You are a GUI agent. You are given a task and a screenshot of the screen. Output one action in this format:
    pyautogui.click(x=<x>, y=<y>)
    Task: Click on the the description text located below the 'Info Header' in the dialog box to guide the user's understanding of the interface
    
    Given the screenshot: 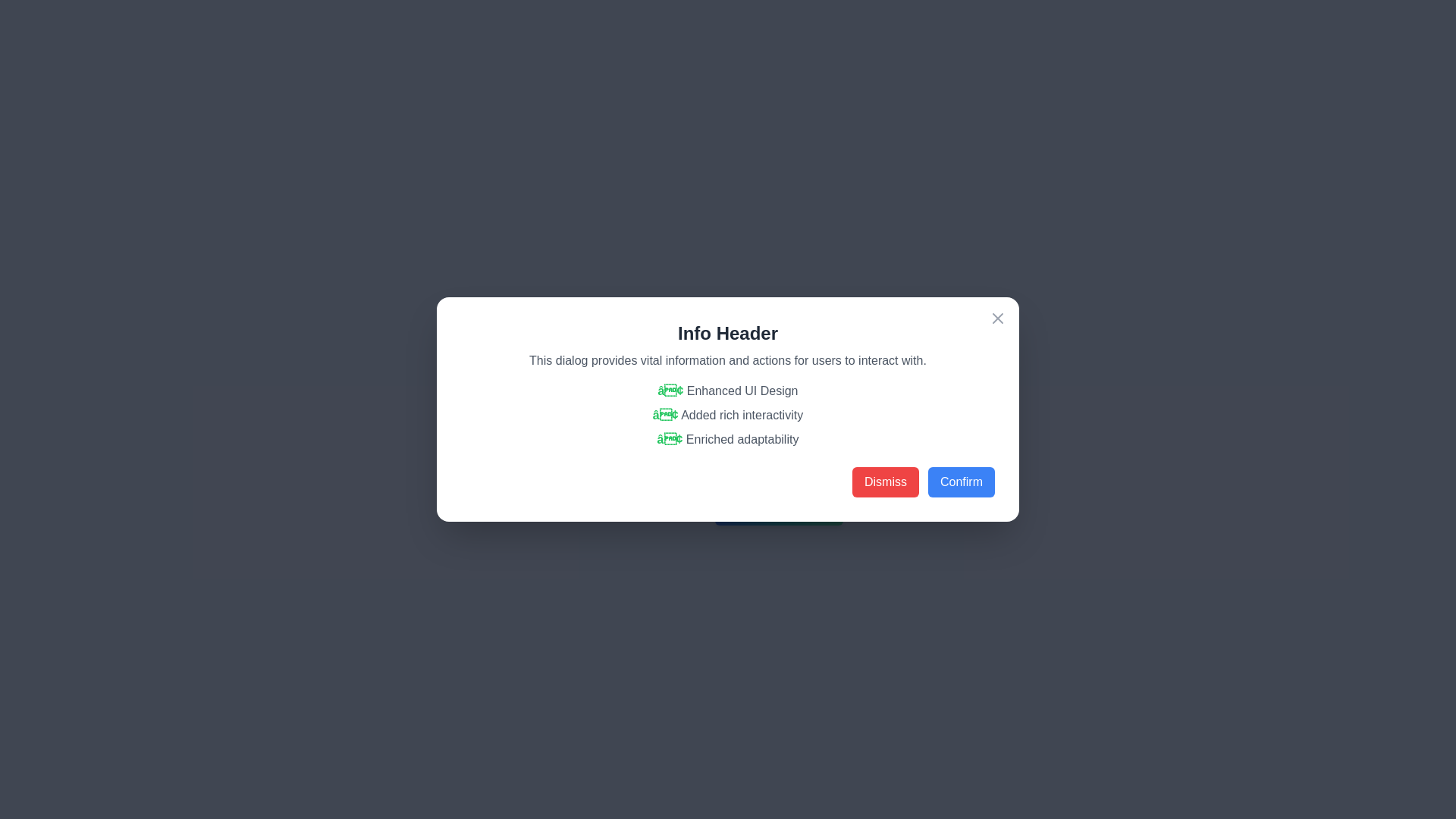 What is the action you would take?
    pyautogui.click(x=728, y=360)
    